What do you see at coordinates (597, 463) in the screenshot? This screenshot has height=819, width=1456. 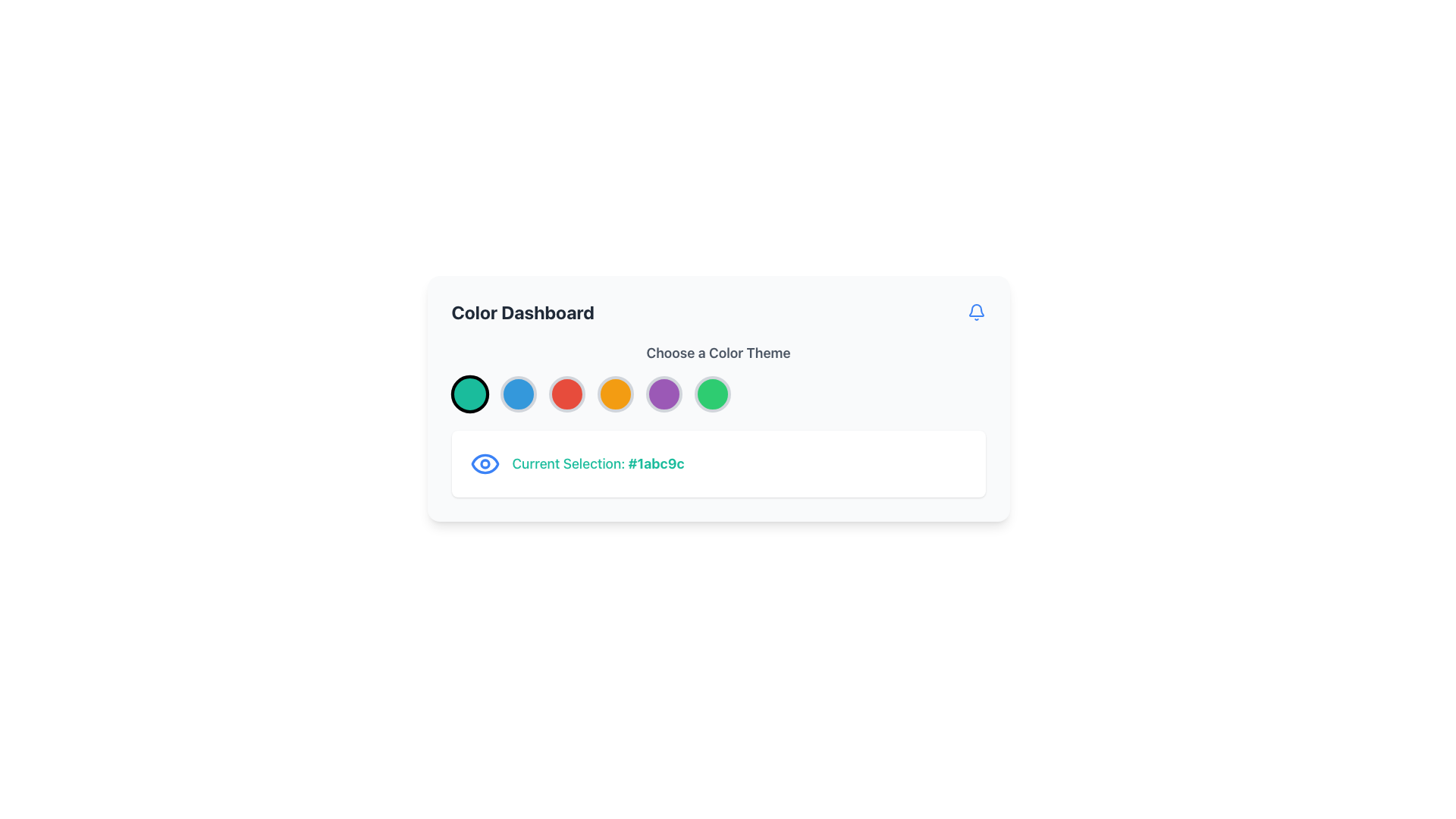 I see `the static text label that displays the currently selected color code in hexadecimal format, located towards the center-right inside a white card area below the color dashboard` at bounding box center [597, 463].